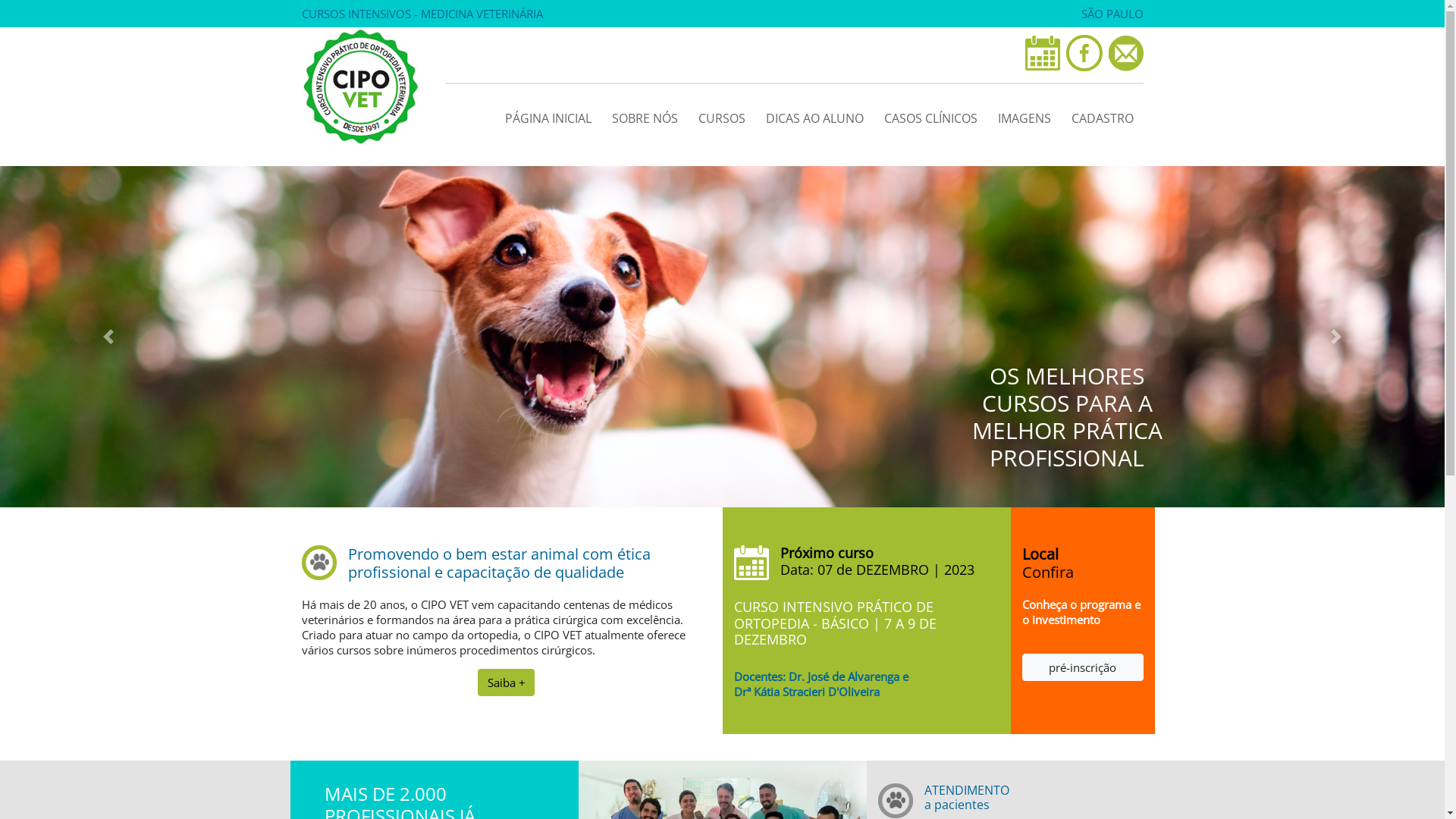  What do you see at coordinates (1023, 114) in the screenshot?
I see `'IMAGENS'` at bounding box center [1023, 114].